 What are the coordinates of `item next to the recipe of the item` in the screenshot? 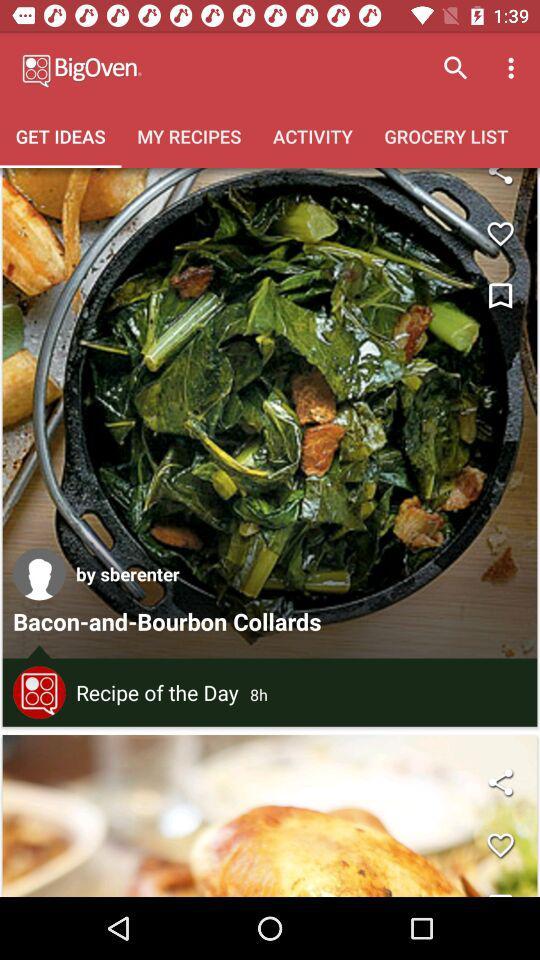 It's located at (39, 692).